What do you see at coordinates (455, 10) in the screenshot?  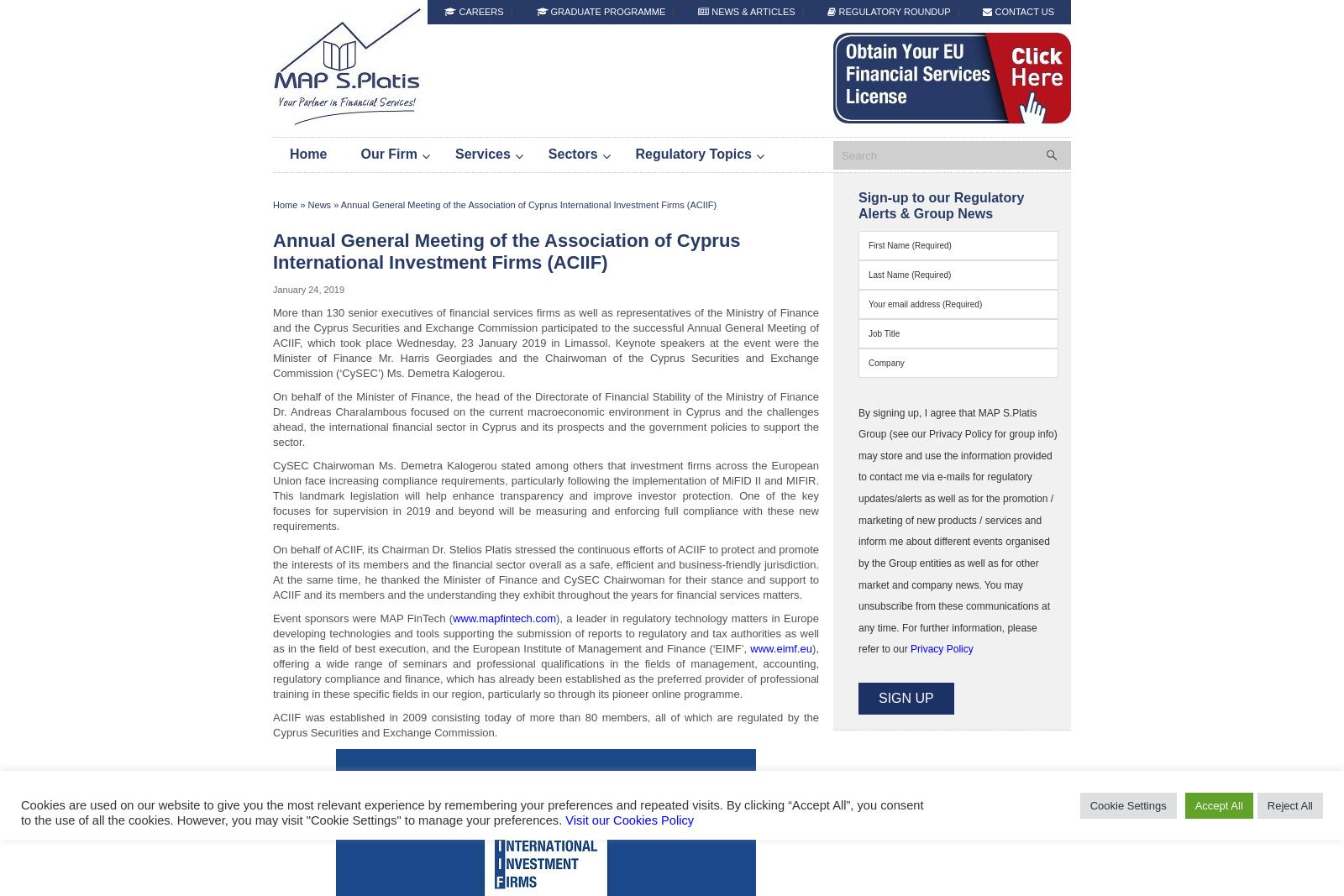 I see `'Careers'` at bounding box center [455, 10].